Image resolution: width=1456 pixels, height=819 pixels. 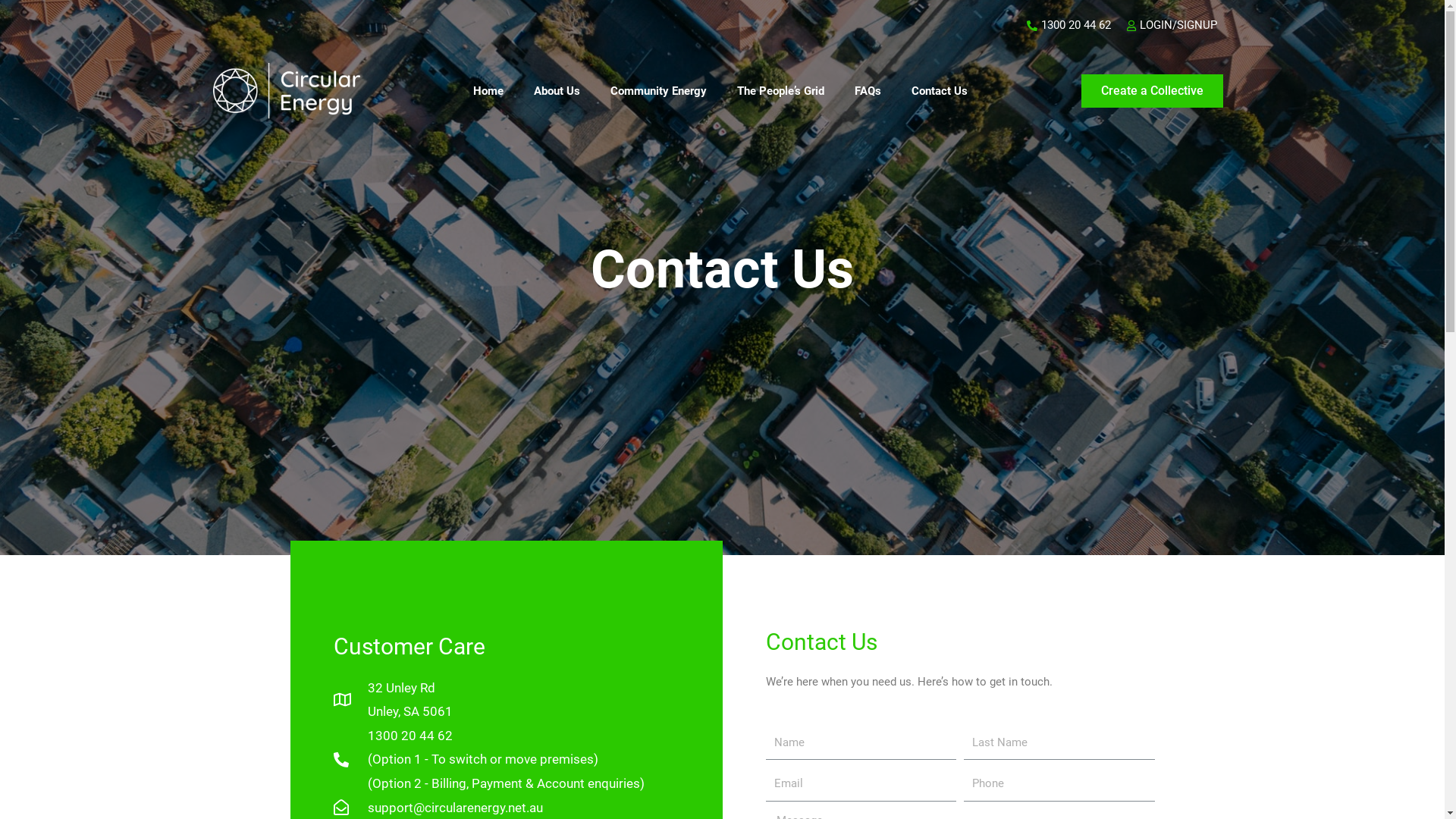 What do you see at coordinates (938, 90) in the screenshot?
I see `'Contact Us'` at bounding box center [938, 90].